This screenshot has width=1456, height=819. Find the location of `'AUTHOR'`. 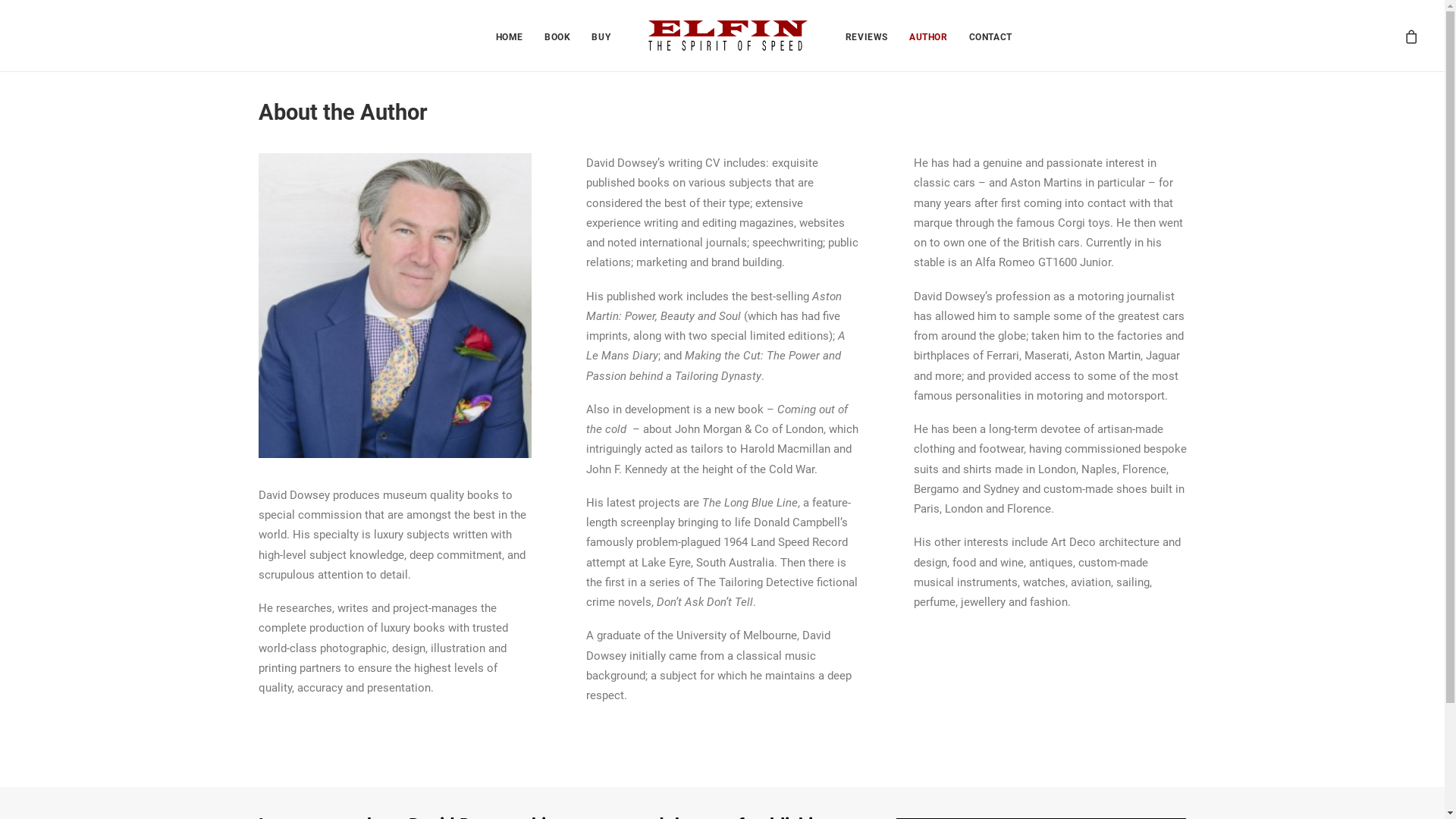

'AUTHOR' is located at coordinates (927, 34).